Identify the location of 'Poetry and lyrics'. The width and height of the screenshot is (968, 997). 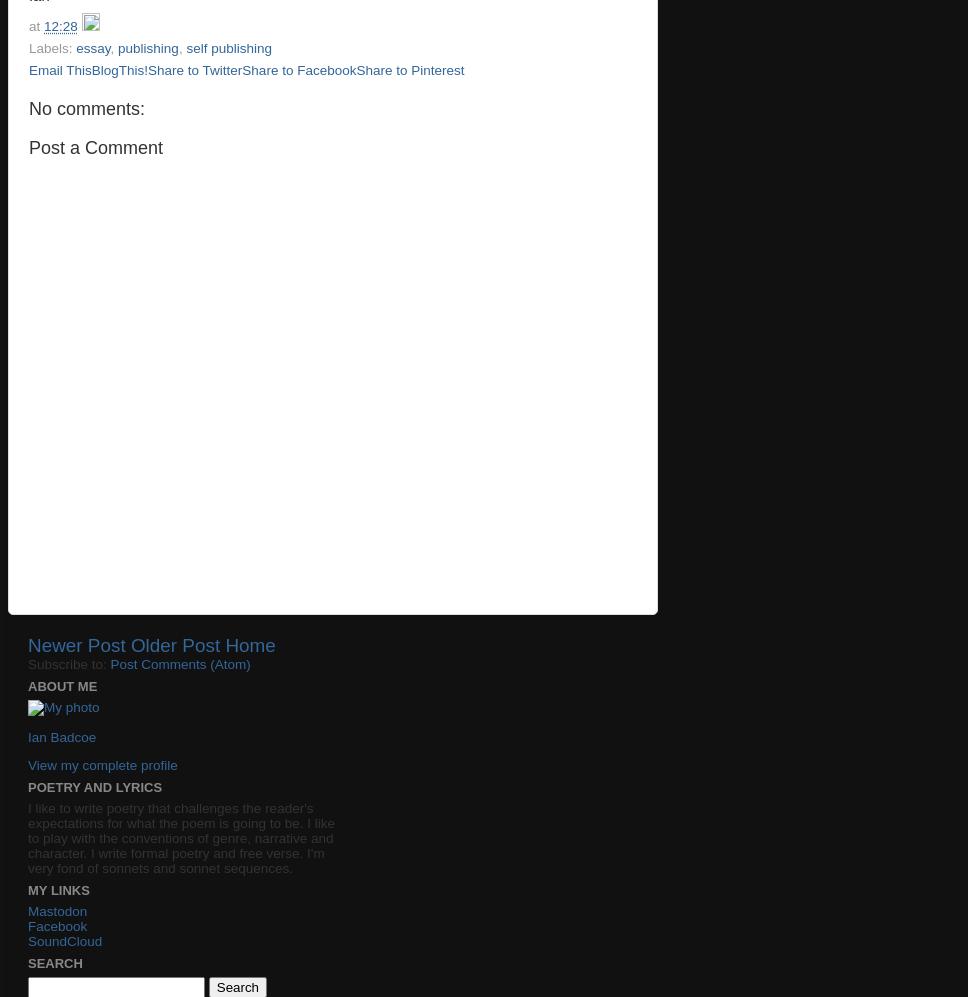
(94, 785).